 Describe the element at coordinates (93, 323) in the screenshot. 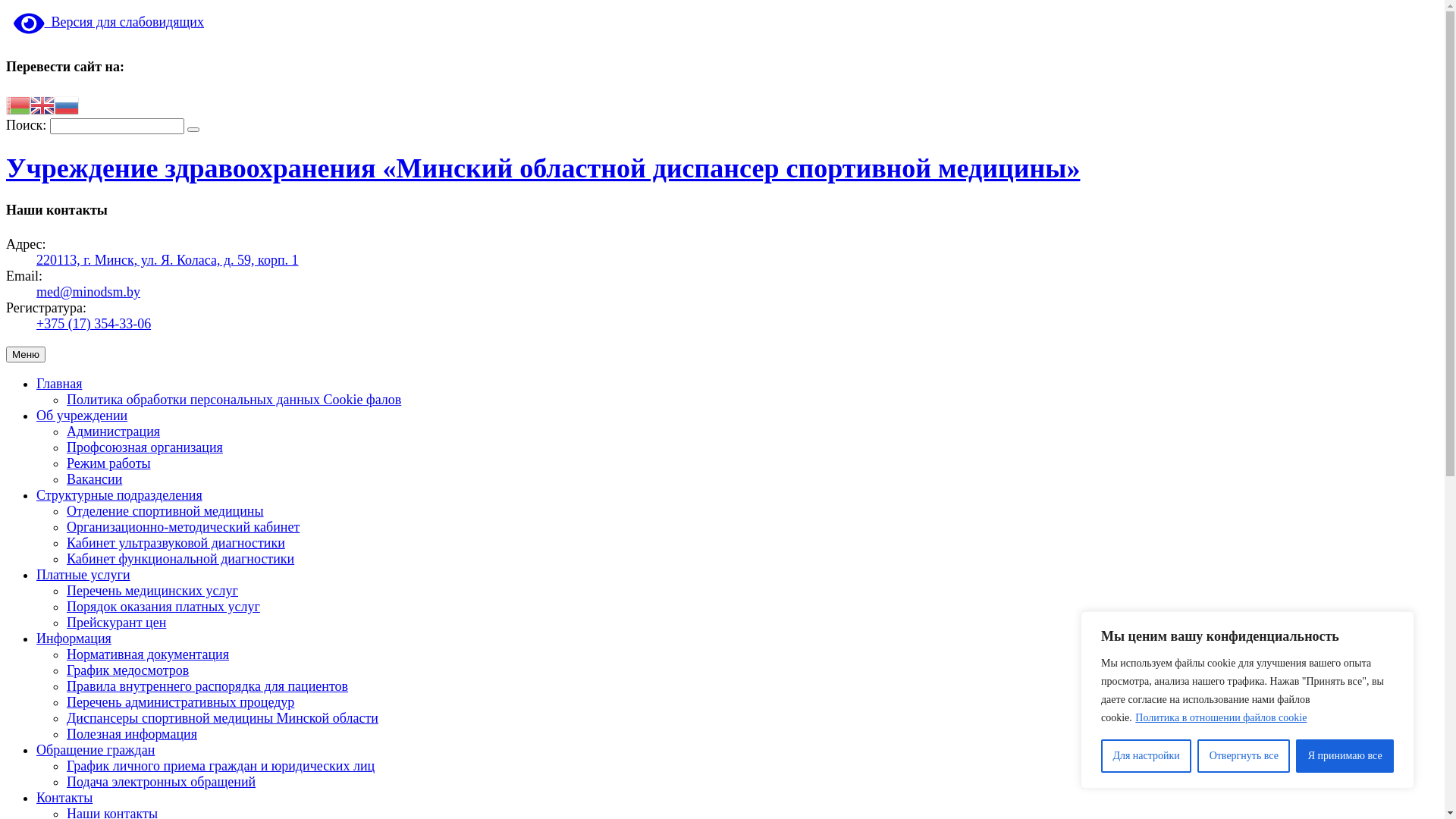

I see `'+375 (17) 354-33-06'` at that location.